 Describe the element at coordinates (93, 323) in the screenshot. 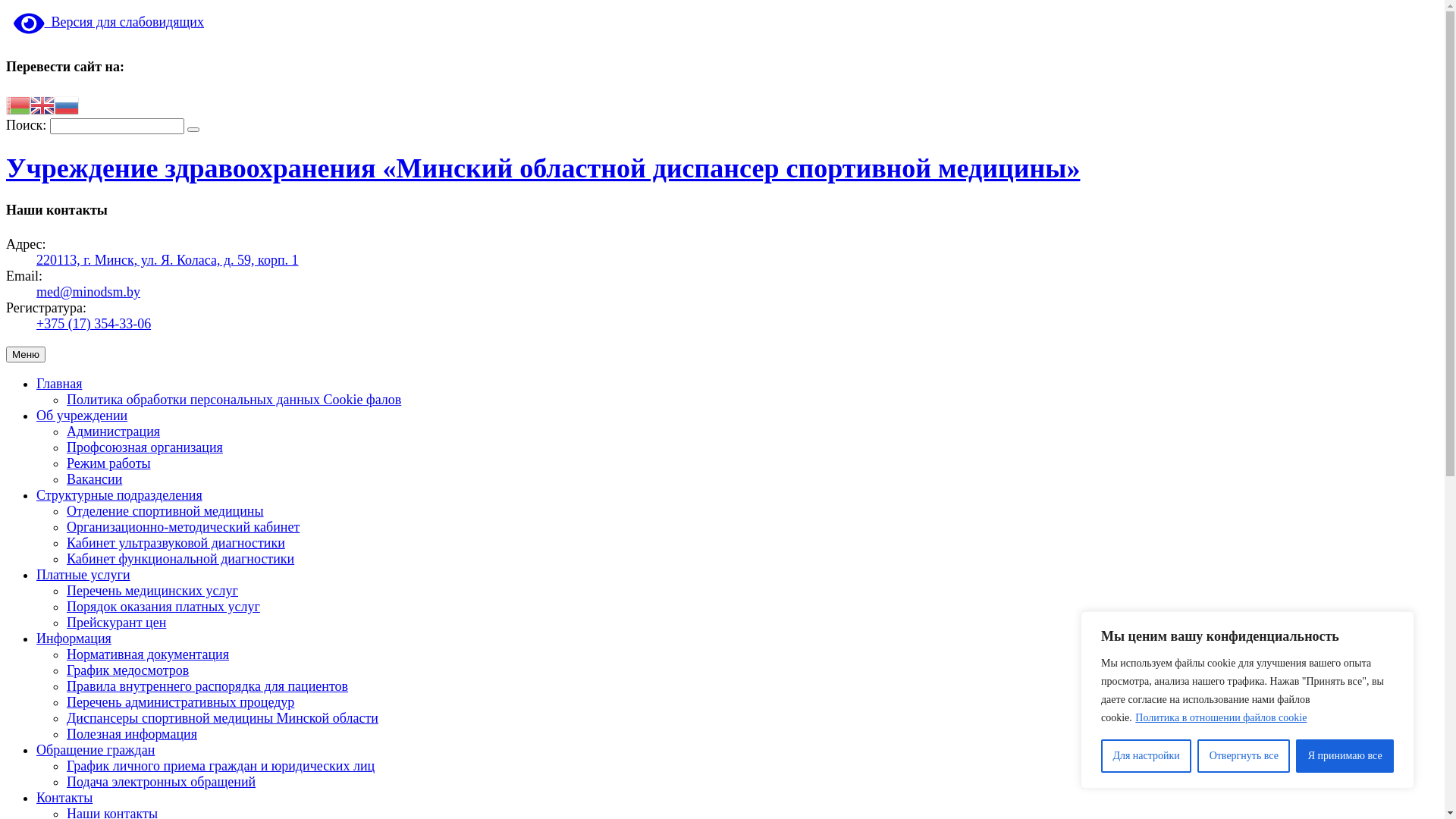

I see `'+375 (17) 354-33-06'` at that location.